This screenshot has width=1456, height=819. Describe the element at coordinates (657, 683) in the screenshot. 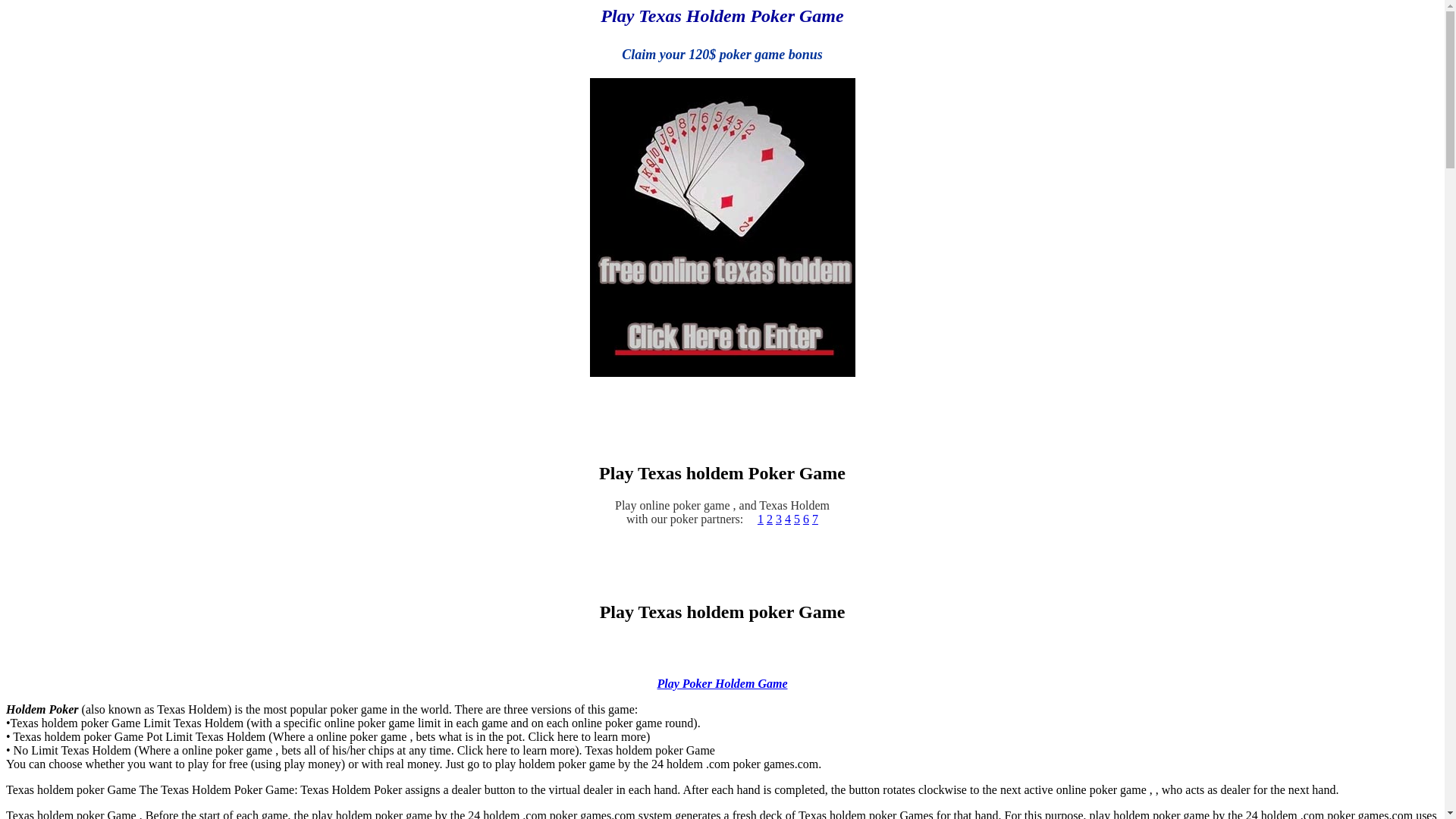

I see `'Play Poker Holdem Game'` at that location.